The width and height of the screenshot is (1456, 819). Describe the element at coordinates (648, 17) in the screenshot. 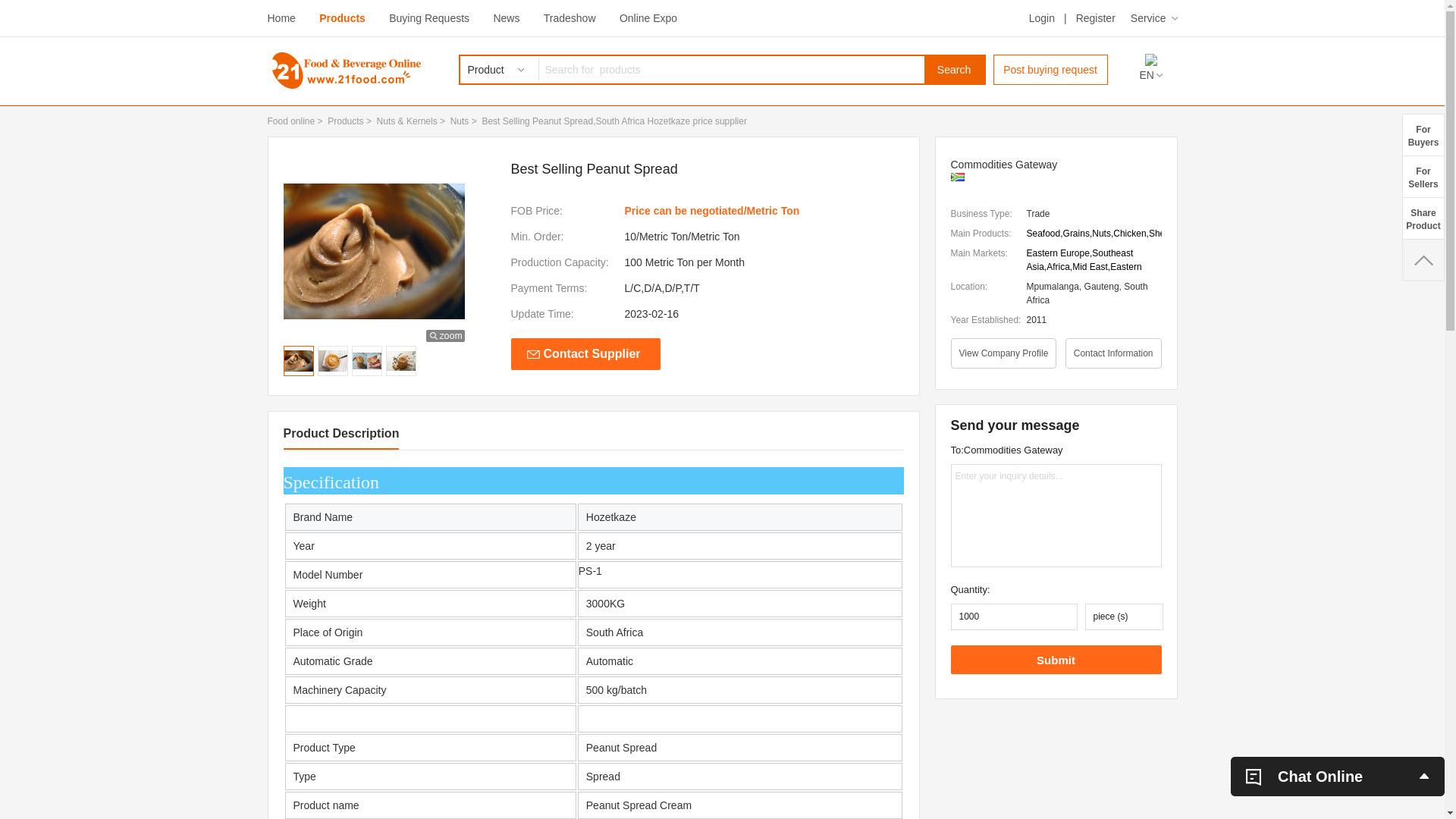

I see `'Online Expo'` at that location.